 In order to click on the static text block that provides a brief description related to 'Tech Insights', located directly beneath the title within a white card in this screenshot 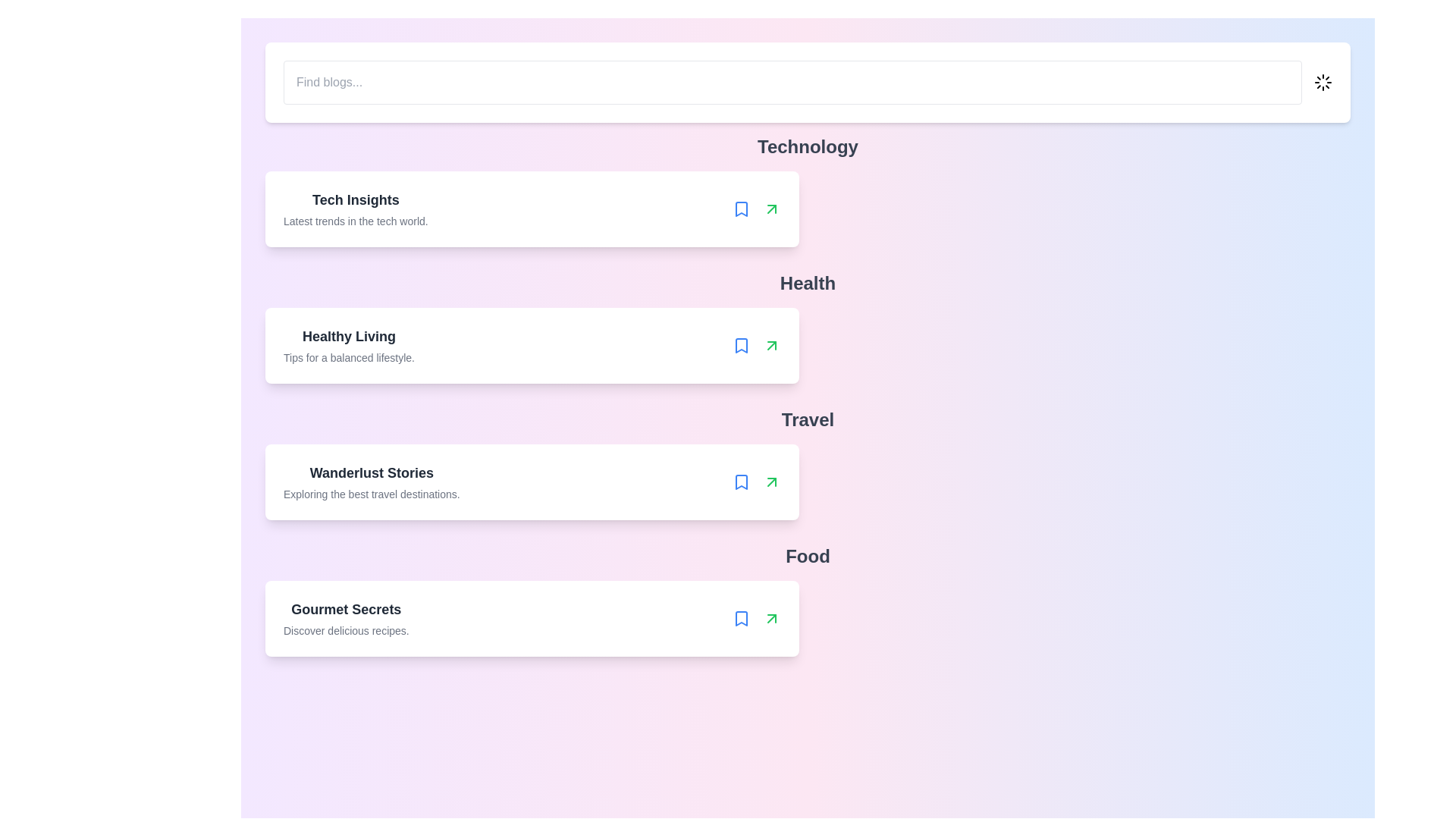, I will do `click(355, 221)`.